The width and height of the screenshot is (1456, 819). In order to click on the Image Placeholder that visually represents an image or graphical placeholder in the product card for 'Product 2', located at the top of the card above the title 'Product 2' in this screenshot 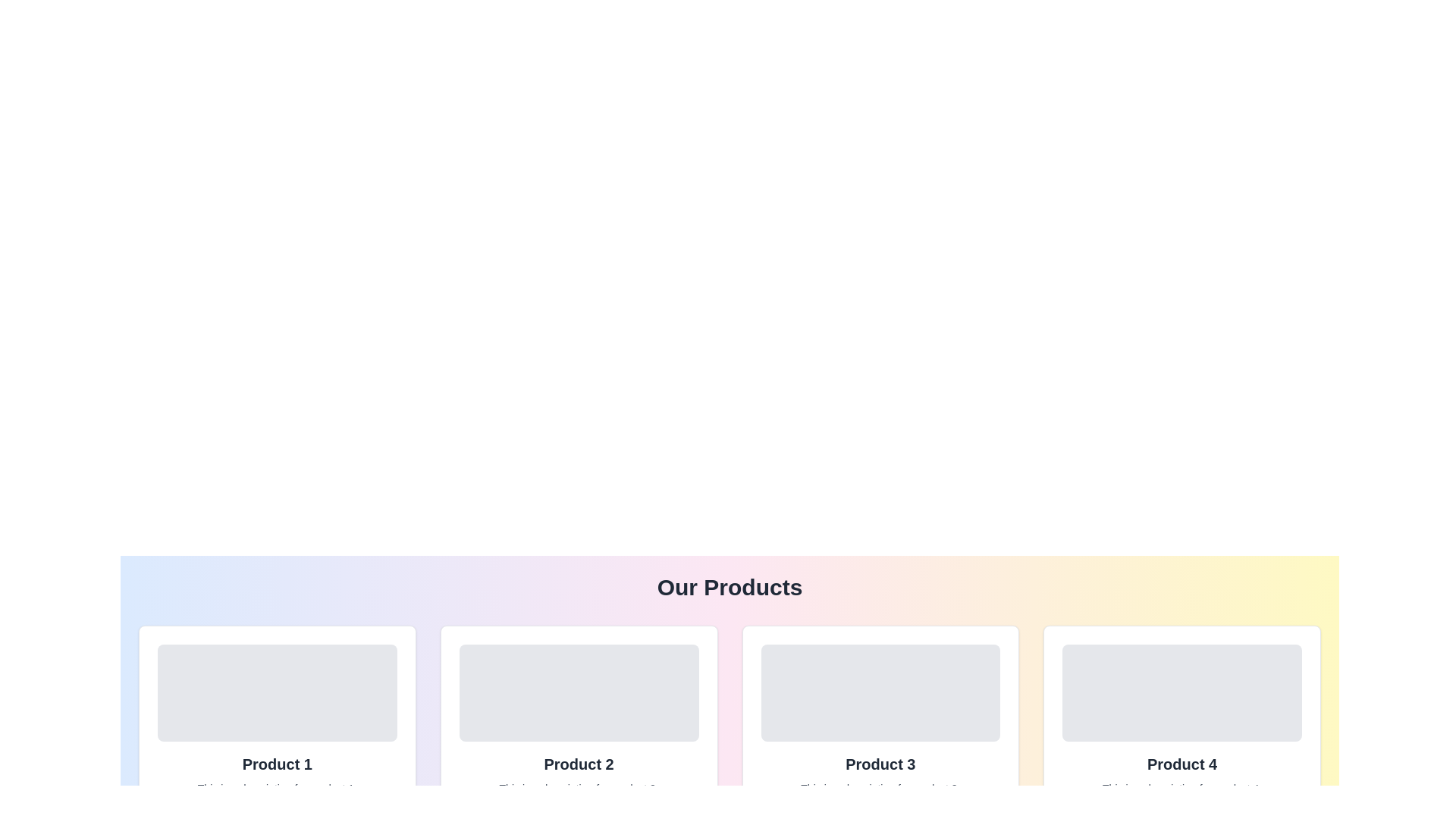, I will do `click(578, 693)`.